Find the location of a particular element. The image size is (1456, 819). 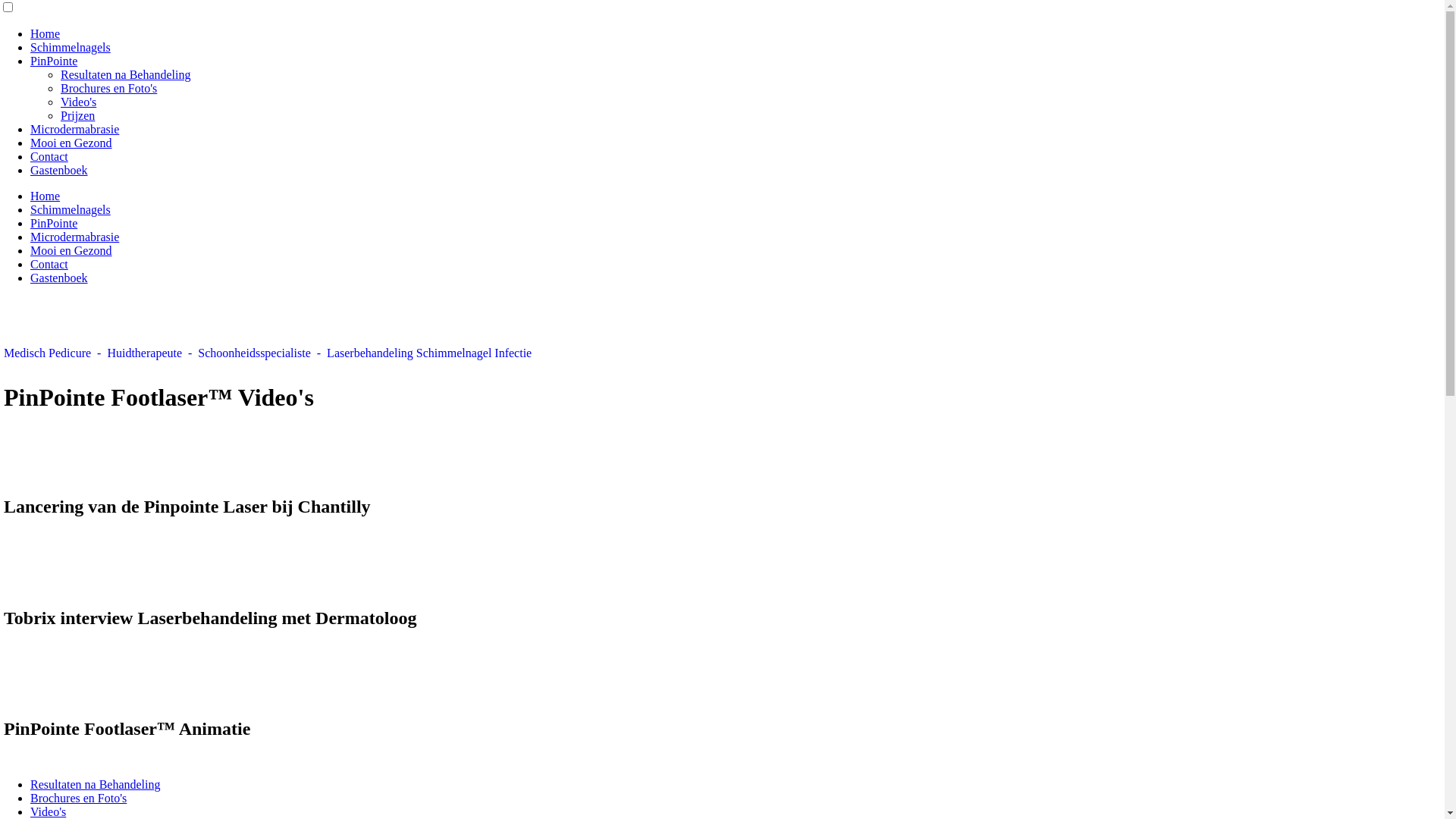

'Contact' is located at coordinates (49, 263).